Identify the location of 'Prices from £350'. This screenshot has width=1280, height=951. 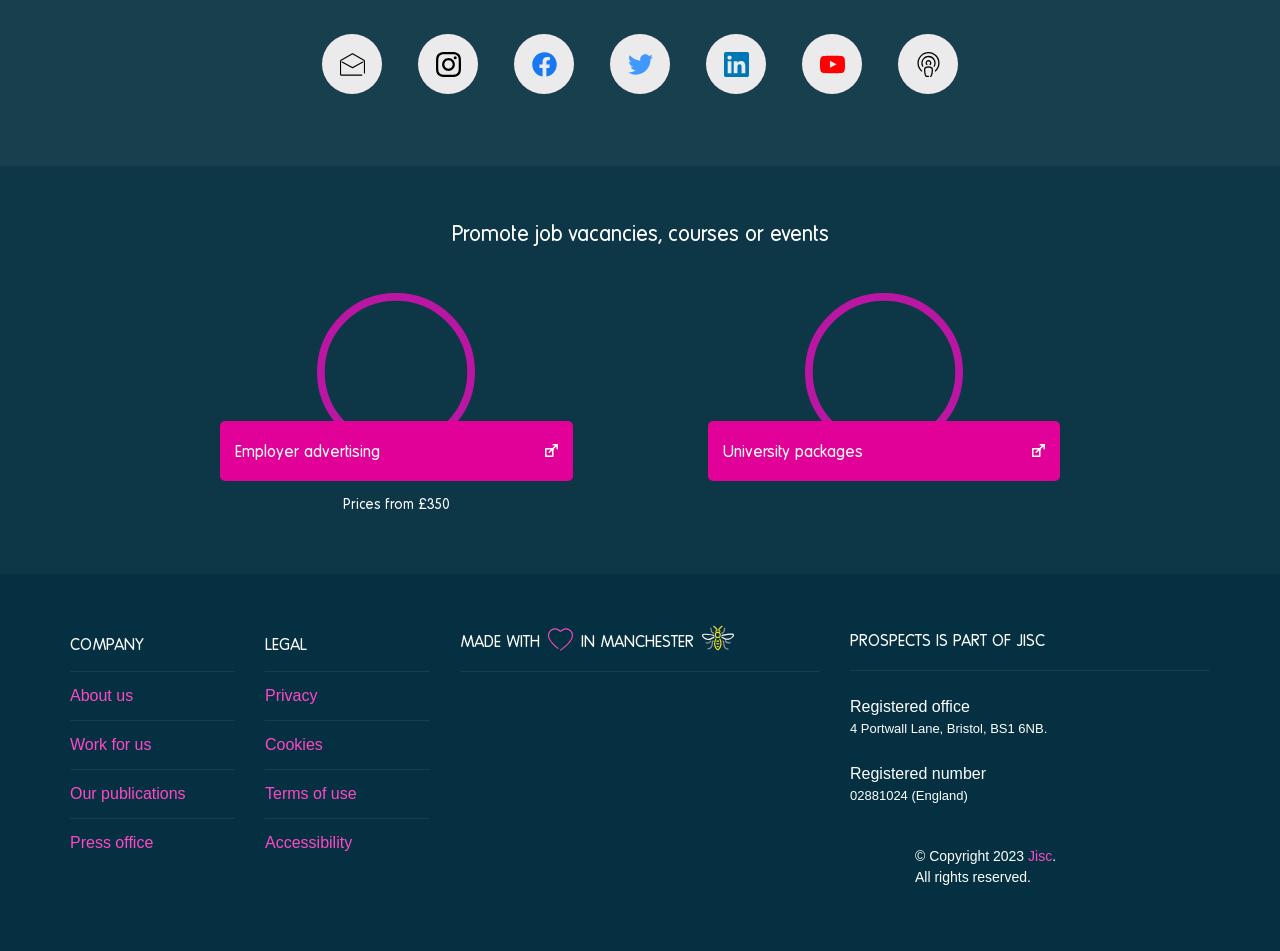
(395, 501).